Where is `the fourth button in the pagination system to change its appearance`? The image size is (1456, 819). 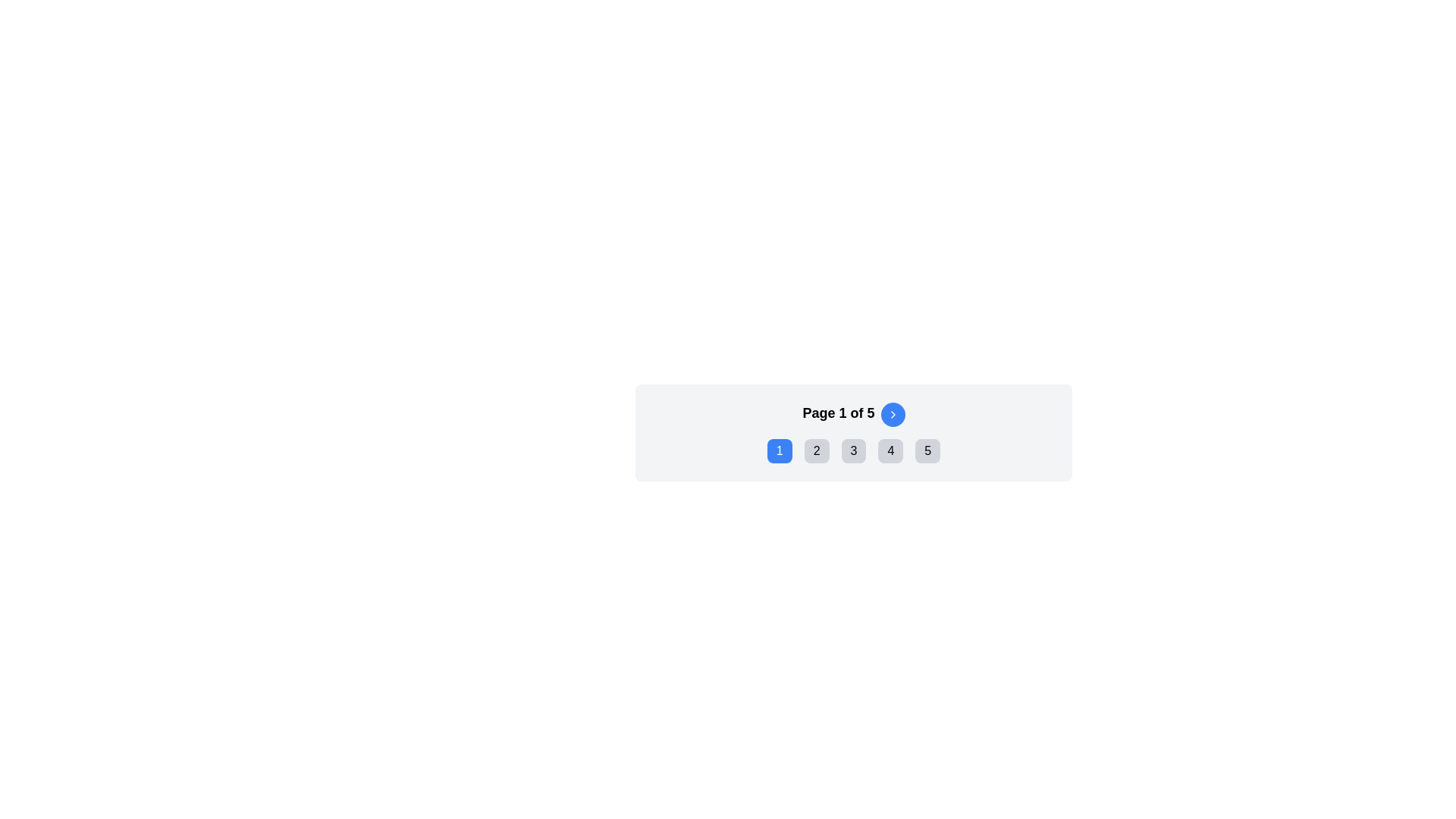
the fourth button in the pagination system to change its appearance is located at coordinates (890, 450).